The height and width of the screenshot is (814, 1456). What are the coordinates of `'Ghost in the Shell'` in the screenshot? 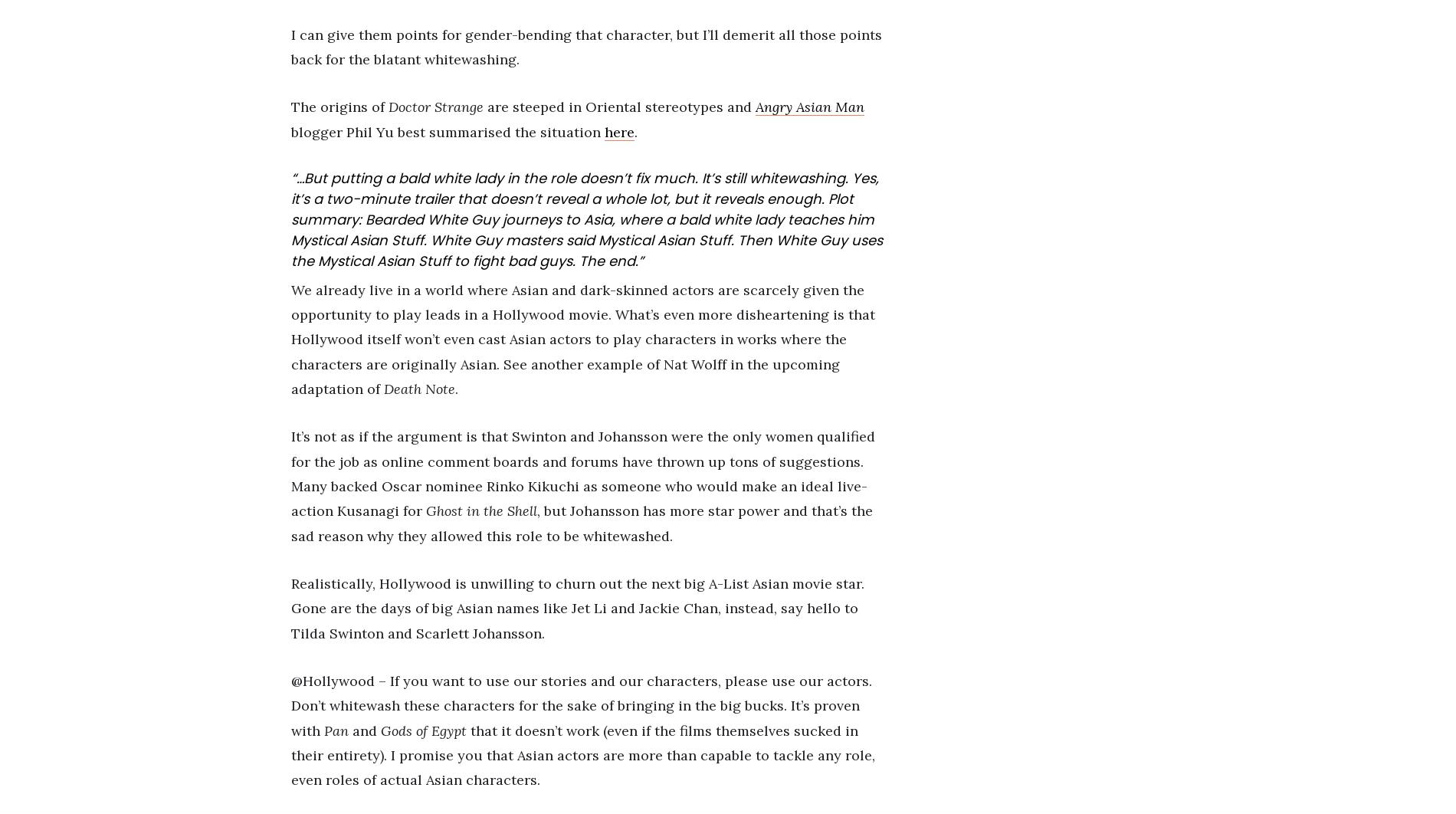 It's located at (481, 510).